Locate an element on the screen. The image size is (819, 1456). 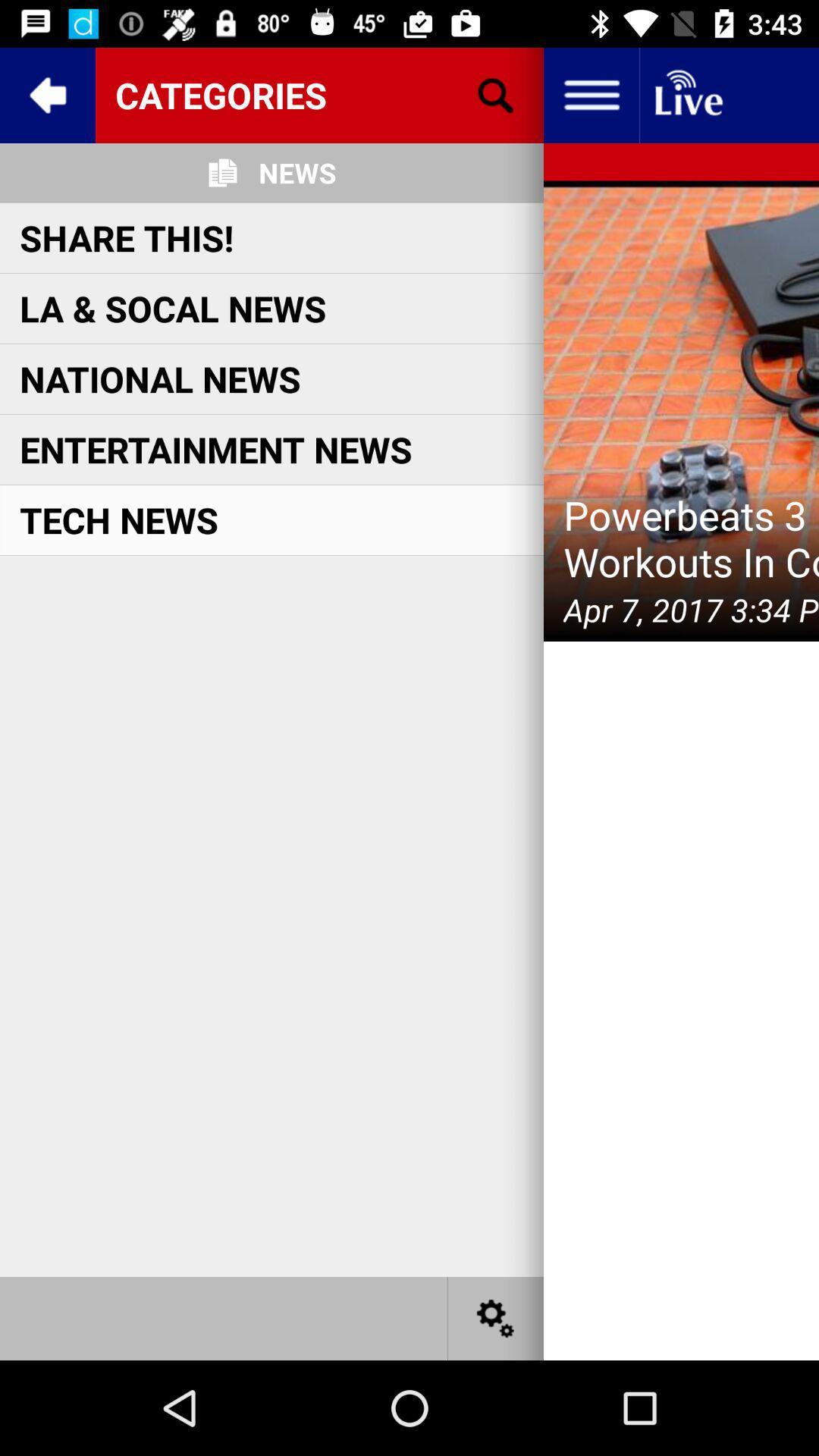
the search icon is located at coordinates (496, 94).